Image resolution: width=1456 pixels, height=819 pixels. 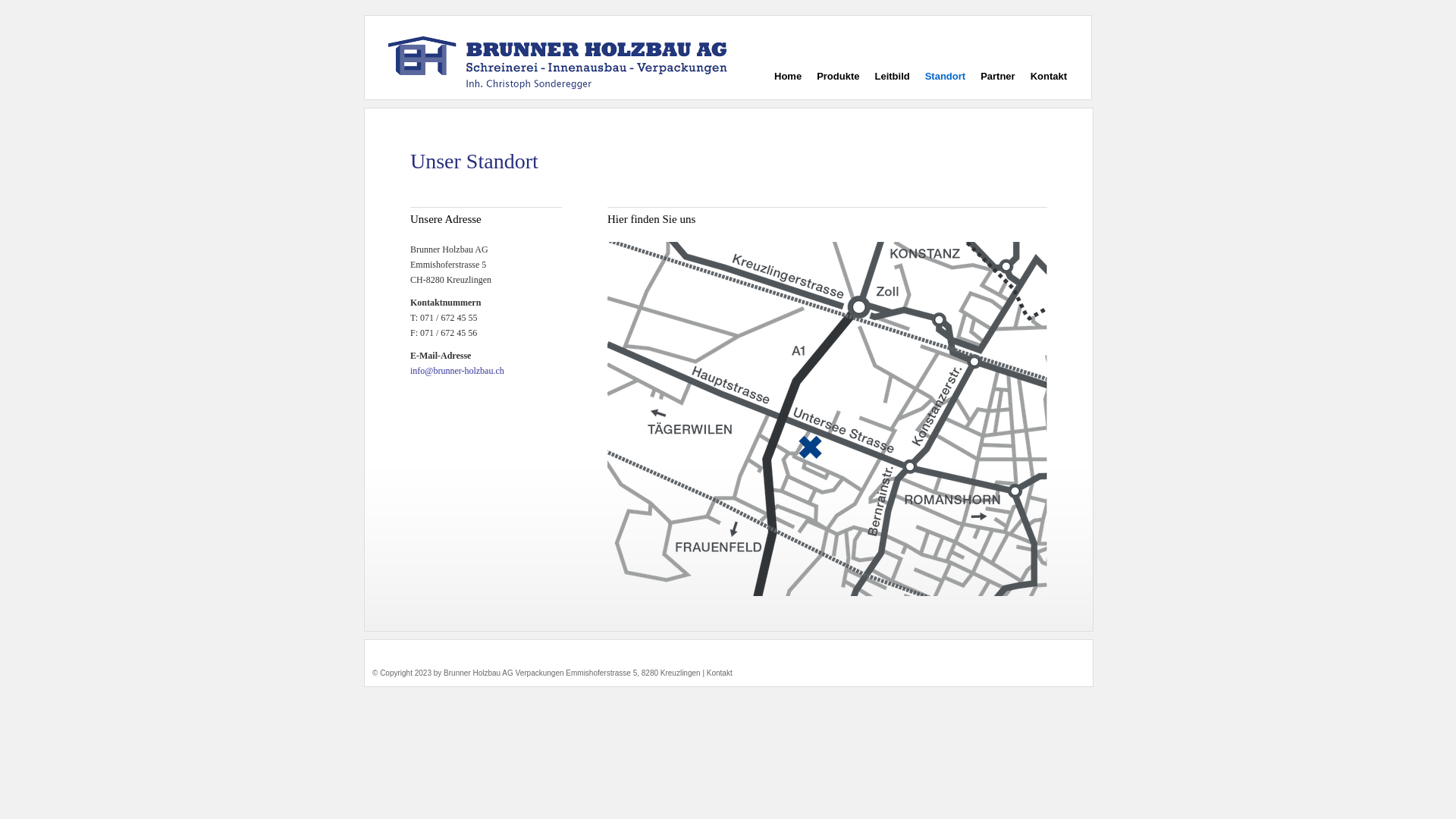 What do you see at coordinates (892, 76) in the screenshot?
I see `'Leitbild'` at bounding box center [892, 76].